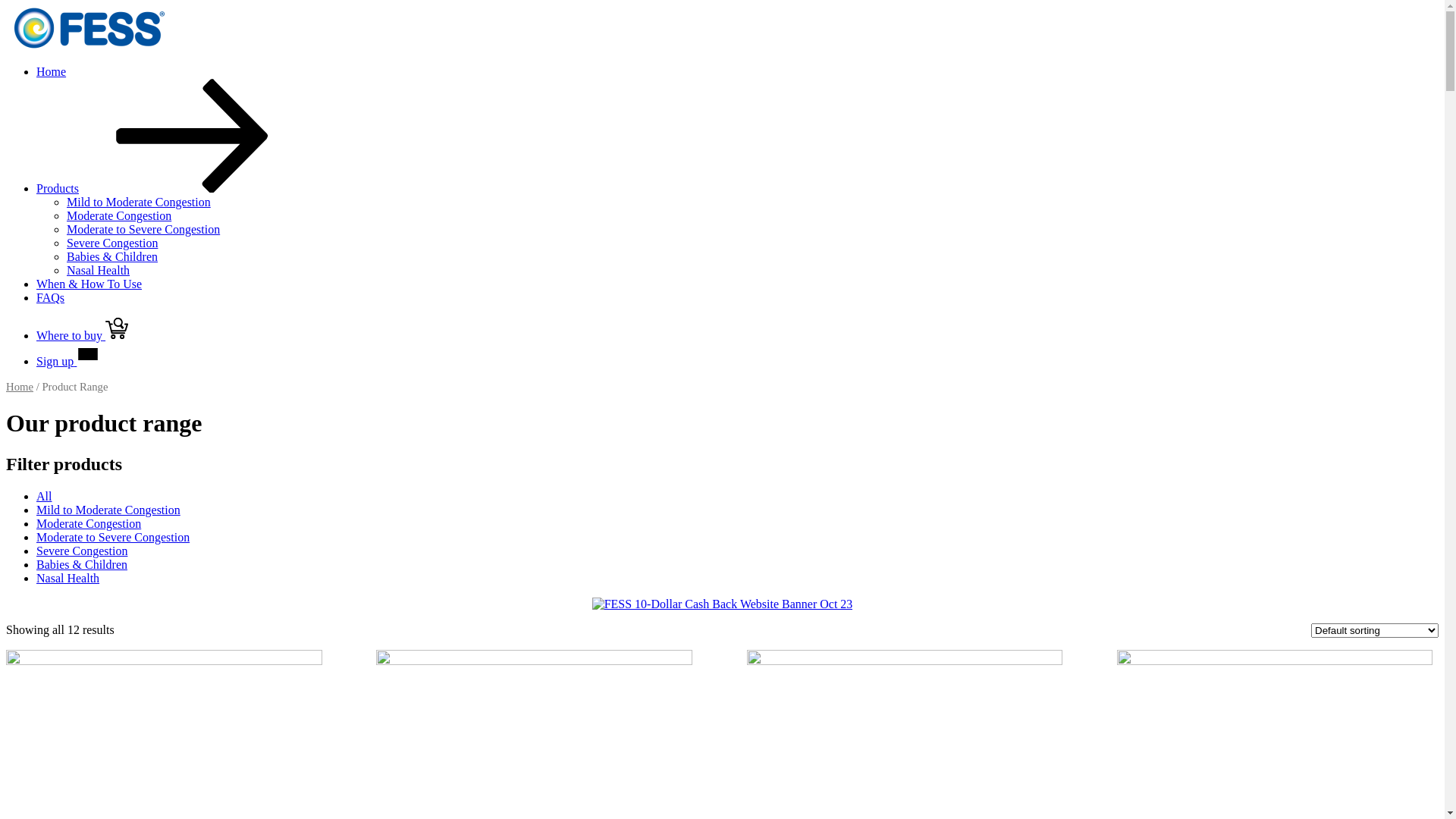  What do you see at coordinates (97, 269) in the screenshot?
I see `'Nasal Health'` at bounding box center [97, 269].